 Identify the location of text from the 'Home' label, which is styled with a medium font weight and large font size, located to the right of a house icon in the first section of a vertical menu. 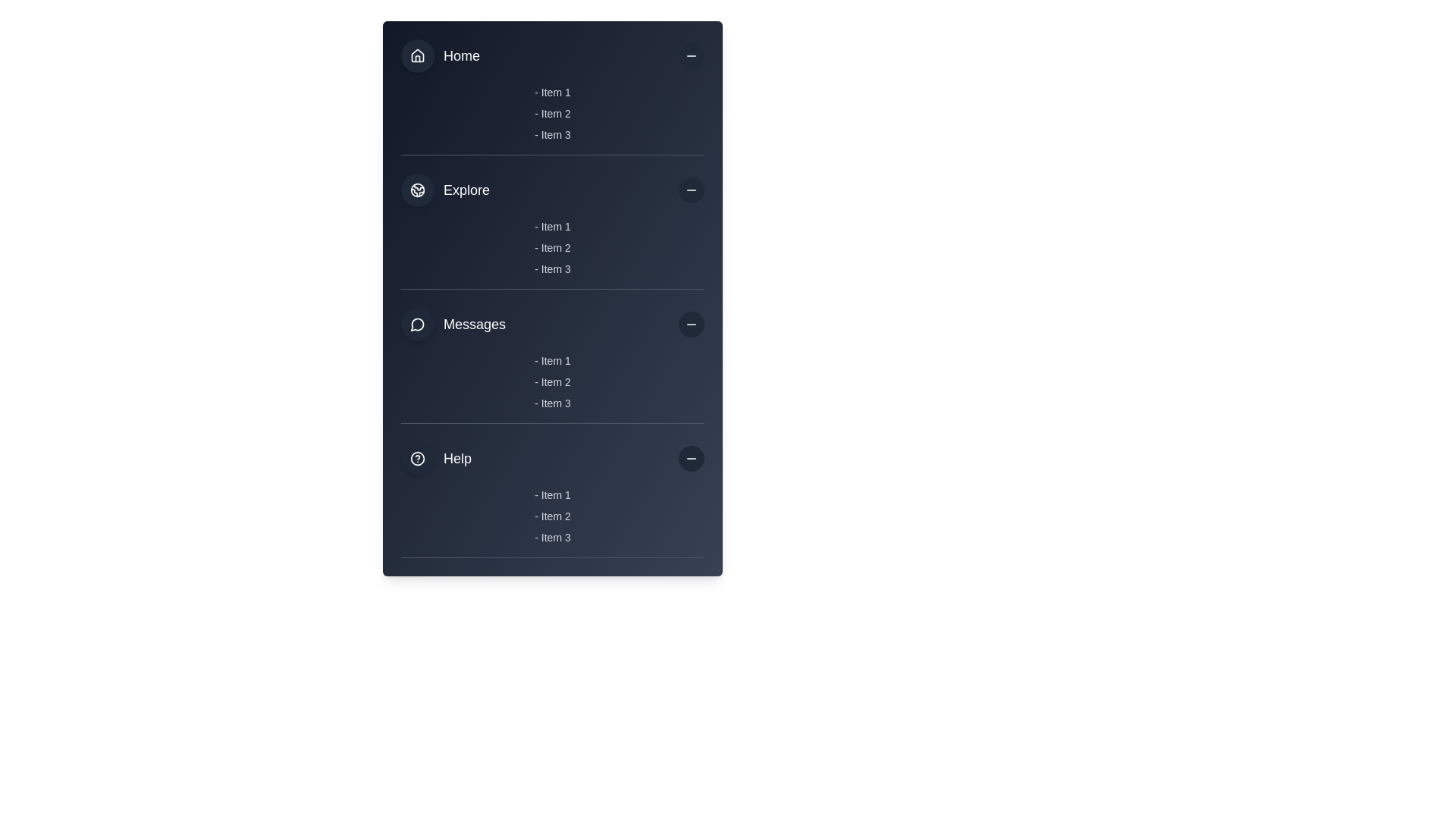
(461, 55).